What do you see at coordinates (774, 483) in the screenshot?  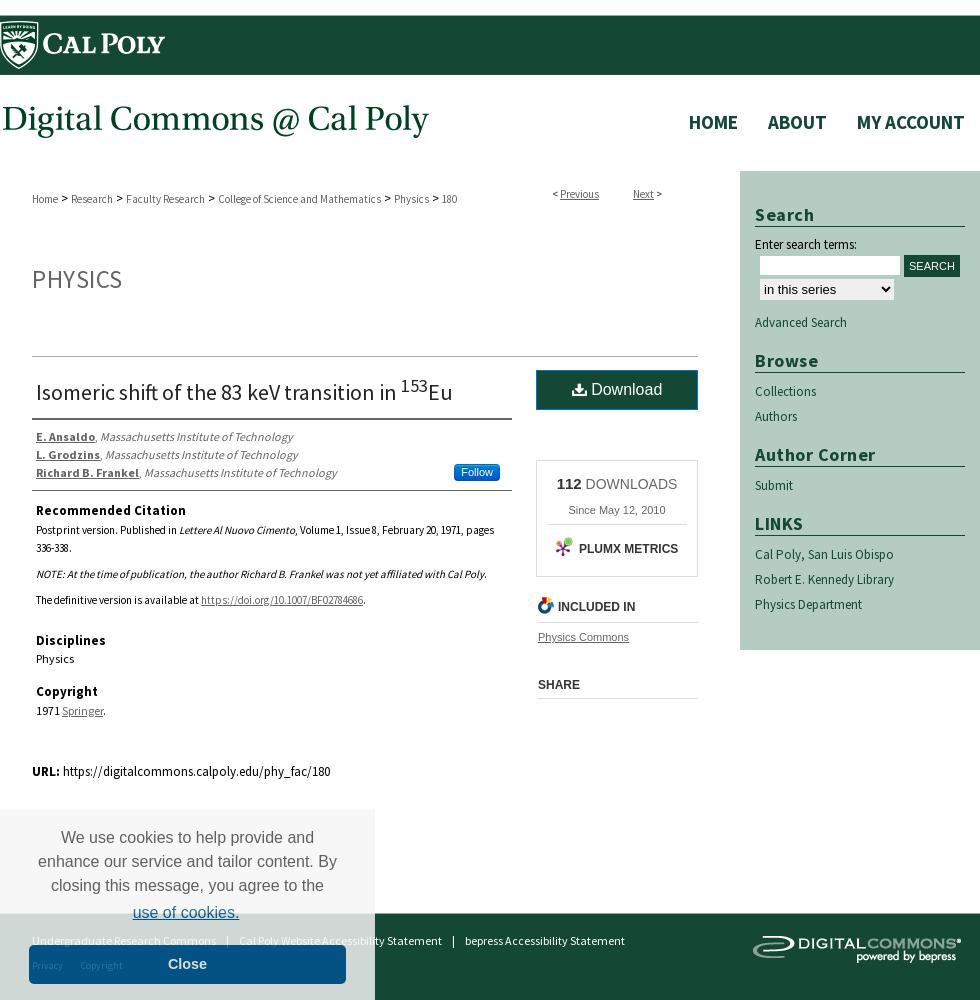 I see `'Submit'` at bounding box center [774, 483].